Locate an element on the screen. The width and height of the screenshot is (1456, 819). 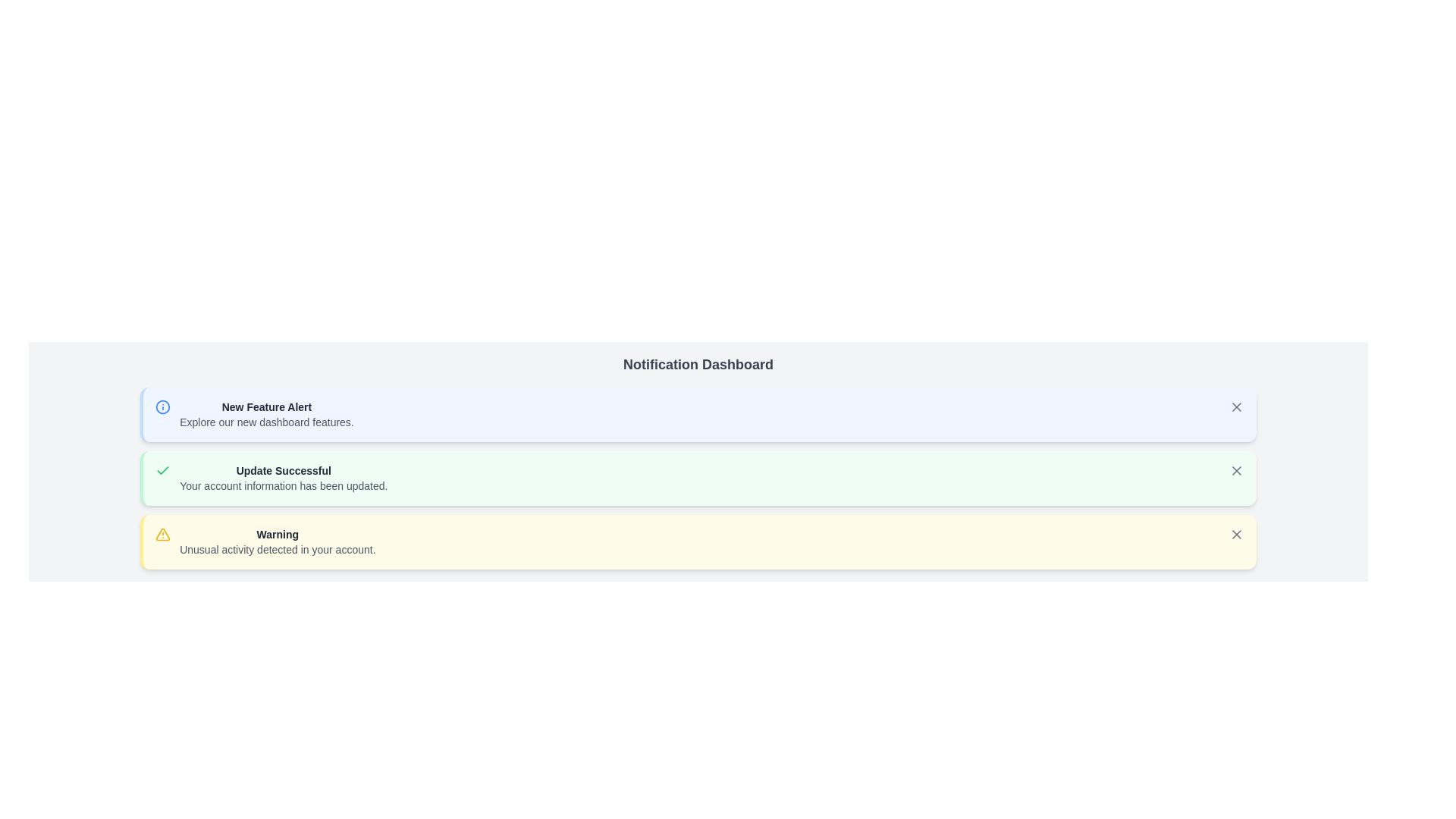
the close button of the notification to dismiss it is located at coordinates (1236, 406).